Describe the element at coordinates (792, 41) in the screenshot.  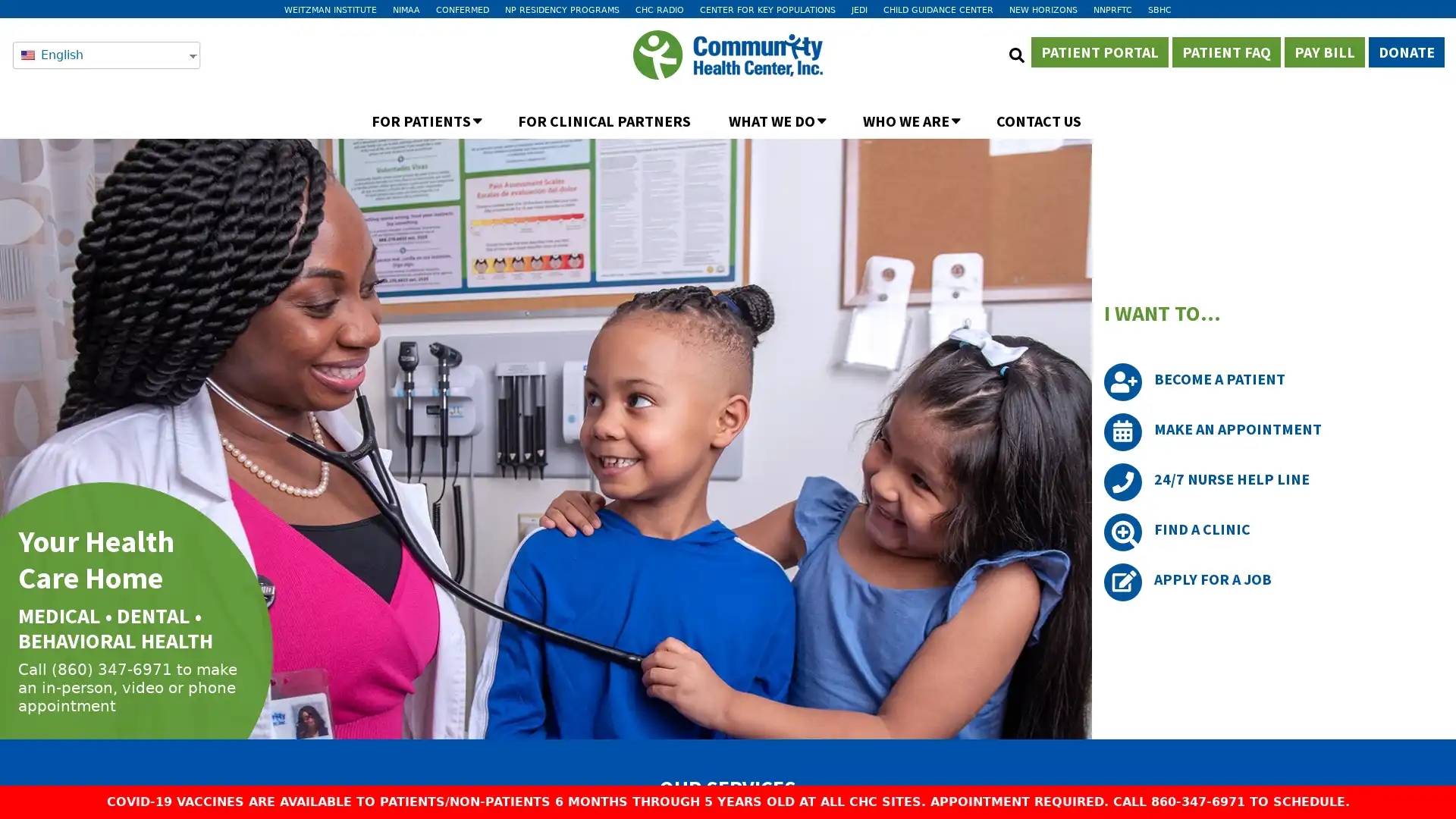
I see `Ignore` at that location.